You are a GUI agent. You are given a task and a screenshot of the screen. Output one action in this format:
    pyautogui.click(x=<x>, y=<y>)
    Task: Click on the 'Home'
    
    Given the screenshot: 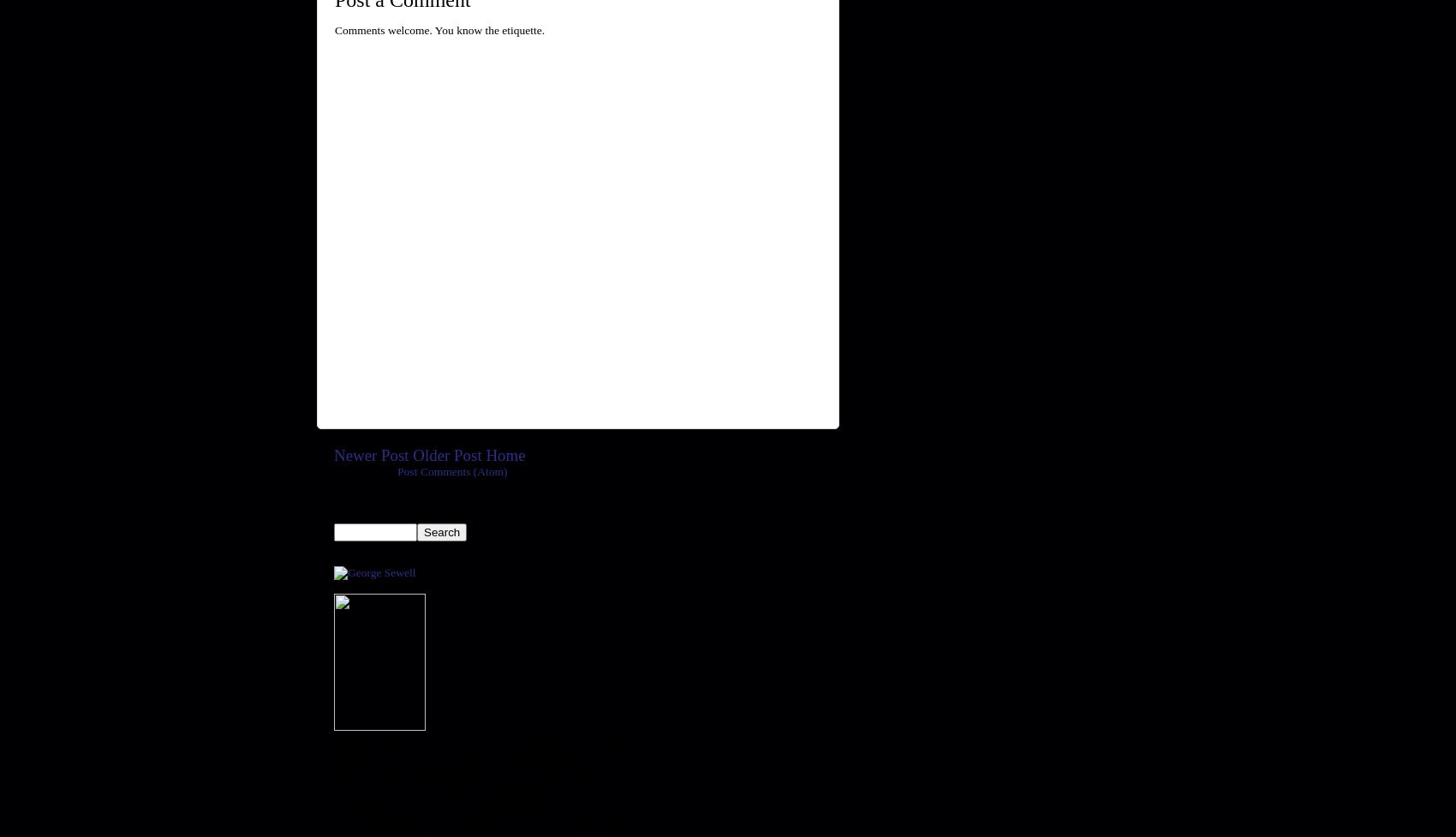 What is the action you would take?
    pyautogui.click(x=504, y=453)
    